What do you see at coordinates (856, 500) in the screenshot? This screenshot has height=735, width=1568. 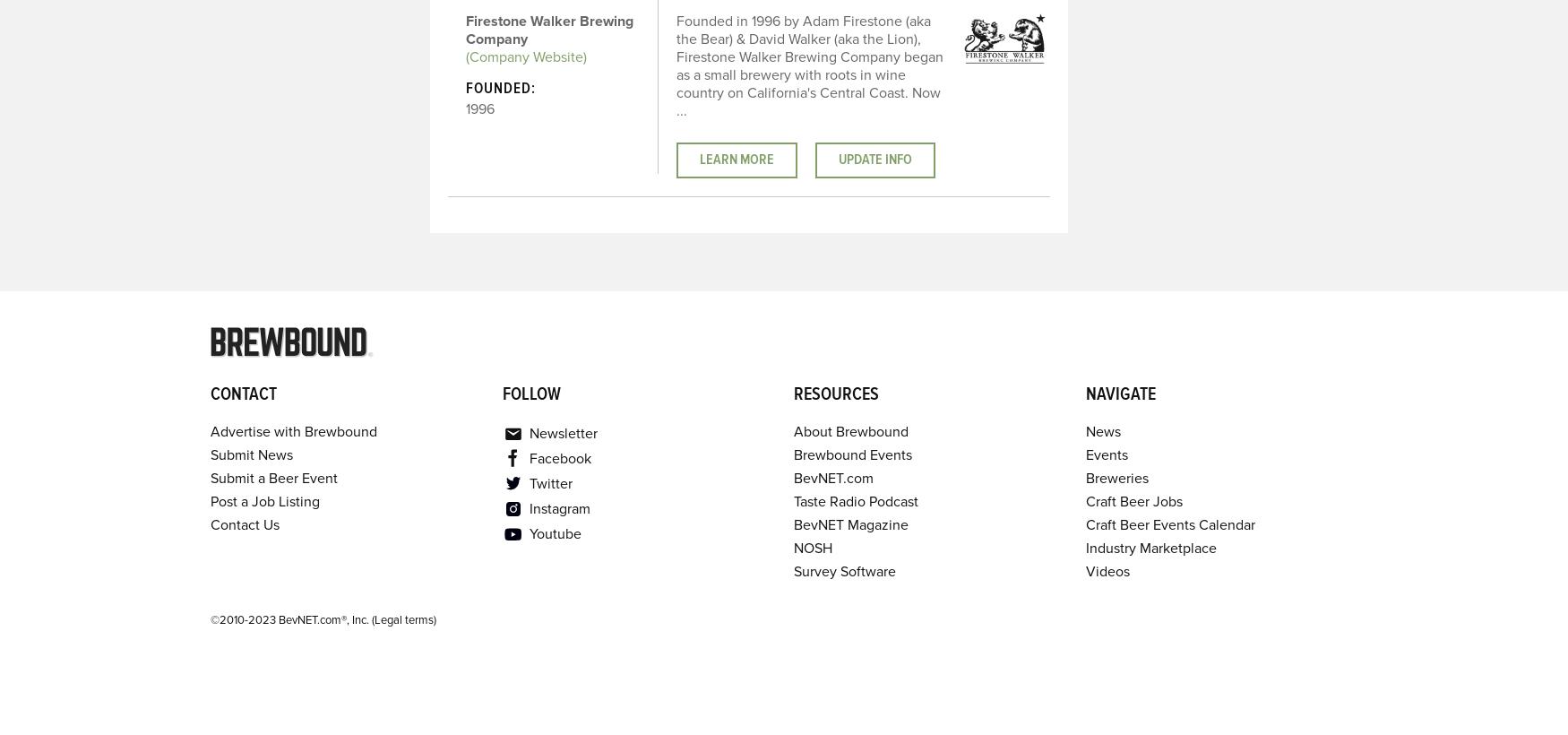 I see `'Taste Radio Podcast'` at bounding box center [856, 500].